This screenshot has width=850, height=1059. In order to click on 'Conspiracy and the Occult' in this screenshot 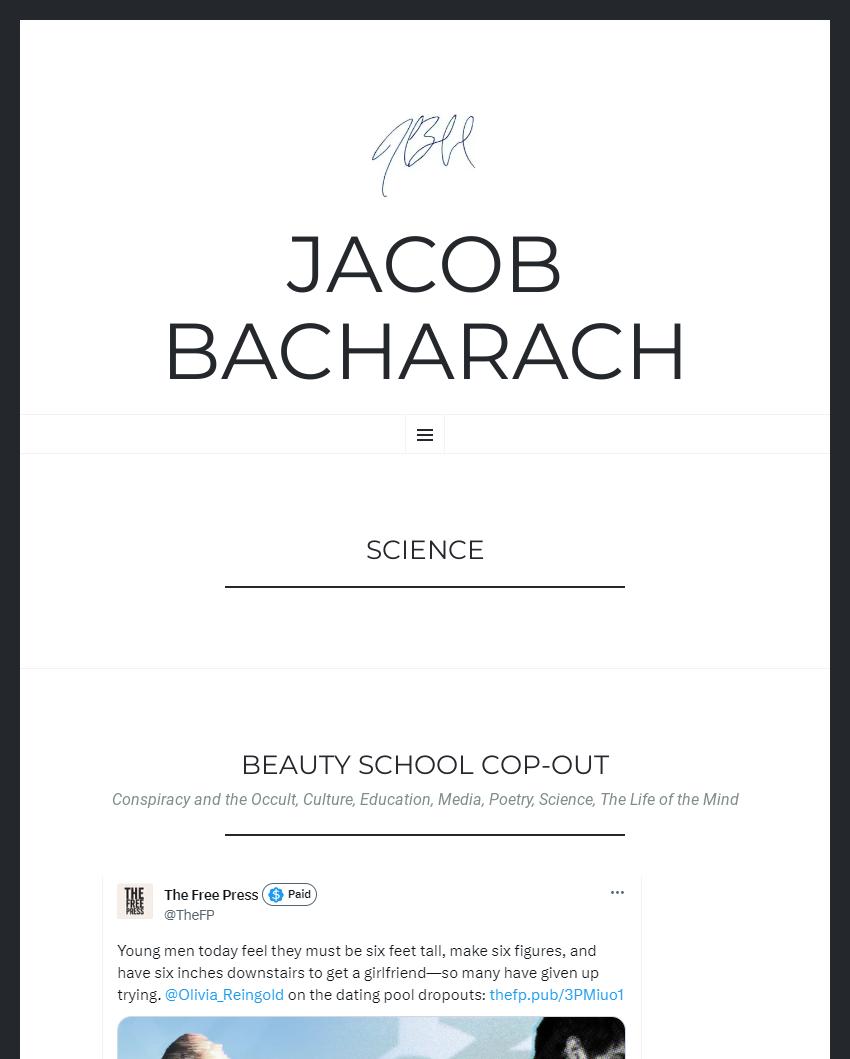, I will do `click(201, 797)`.